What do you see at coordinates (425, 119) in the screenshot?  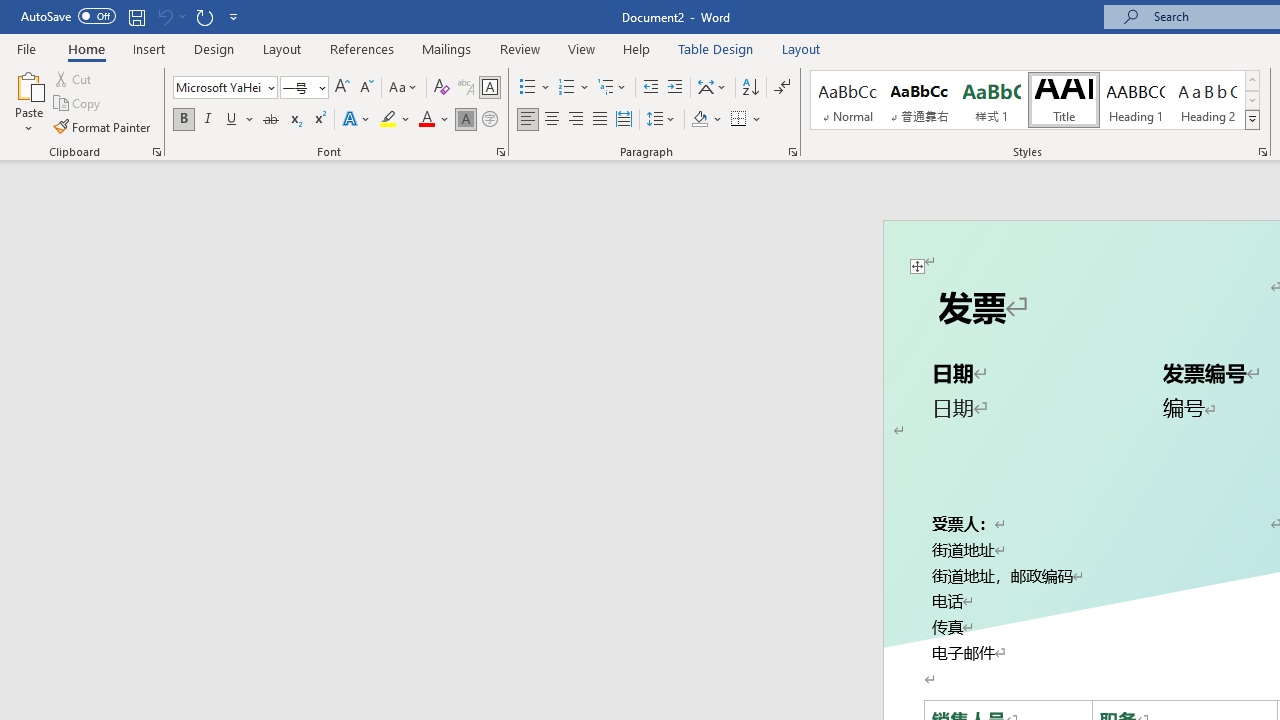 I see `'Font Color RGB(255, 0, 0)'` at bounding box center [425, 119].